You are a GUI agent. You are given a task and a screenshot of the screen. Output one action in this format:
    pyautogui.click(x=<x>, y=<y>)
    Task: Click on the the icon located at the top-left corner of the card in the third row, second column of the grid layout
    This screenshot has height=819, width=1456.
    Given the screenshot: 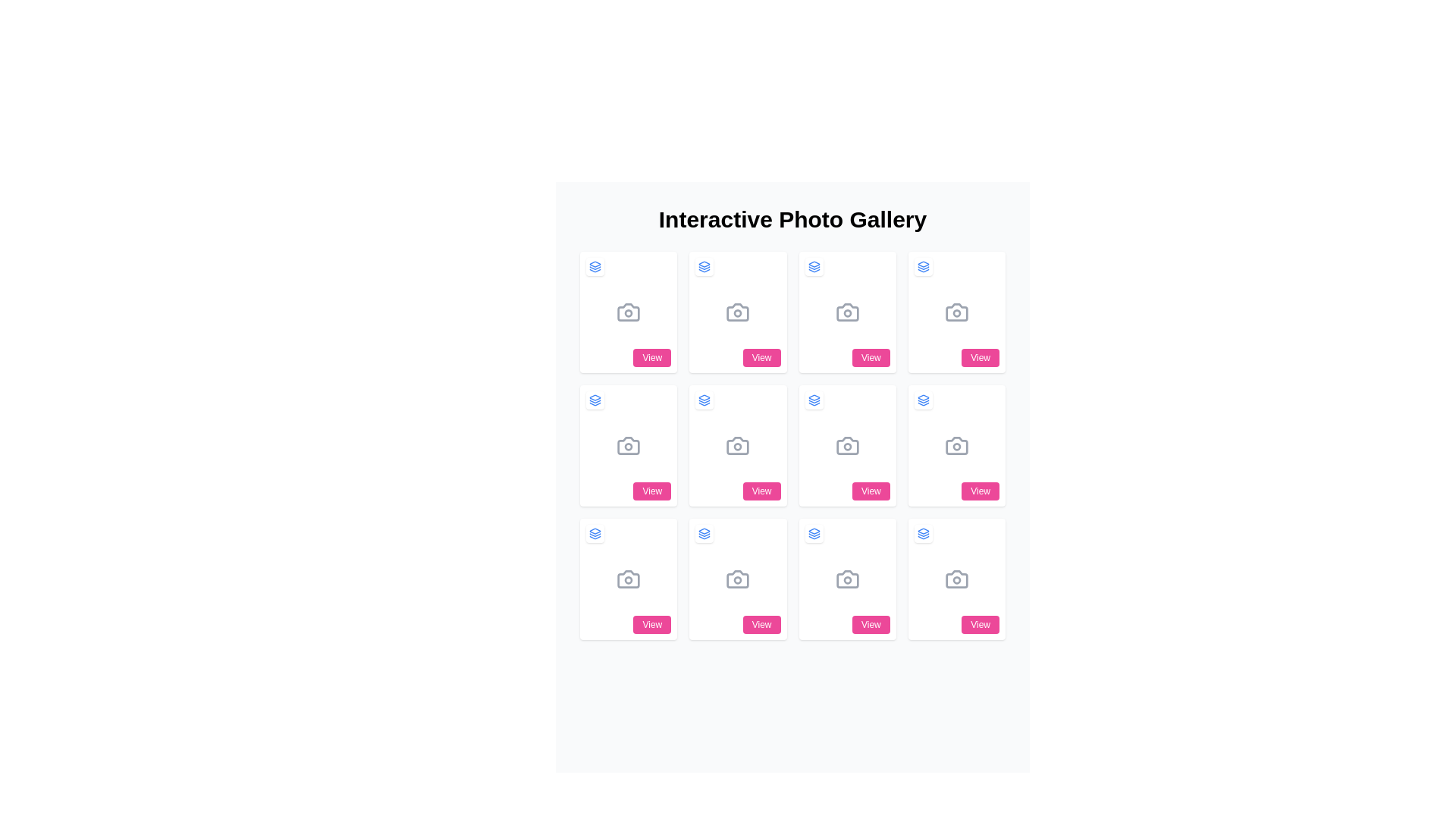 What is the action you would take?
    pyautogui.click(x=704, y=400)
    